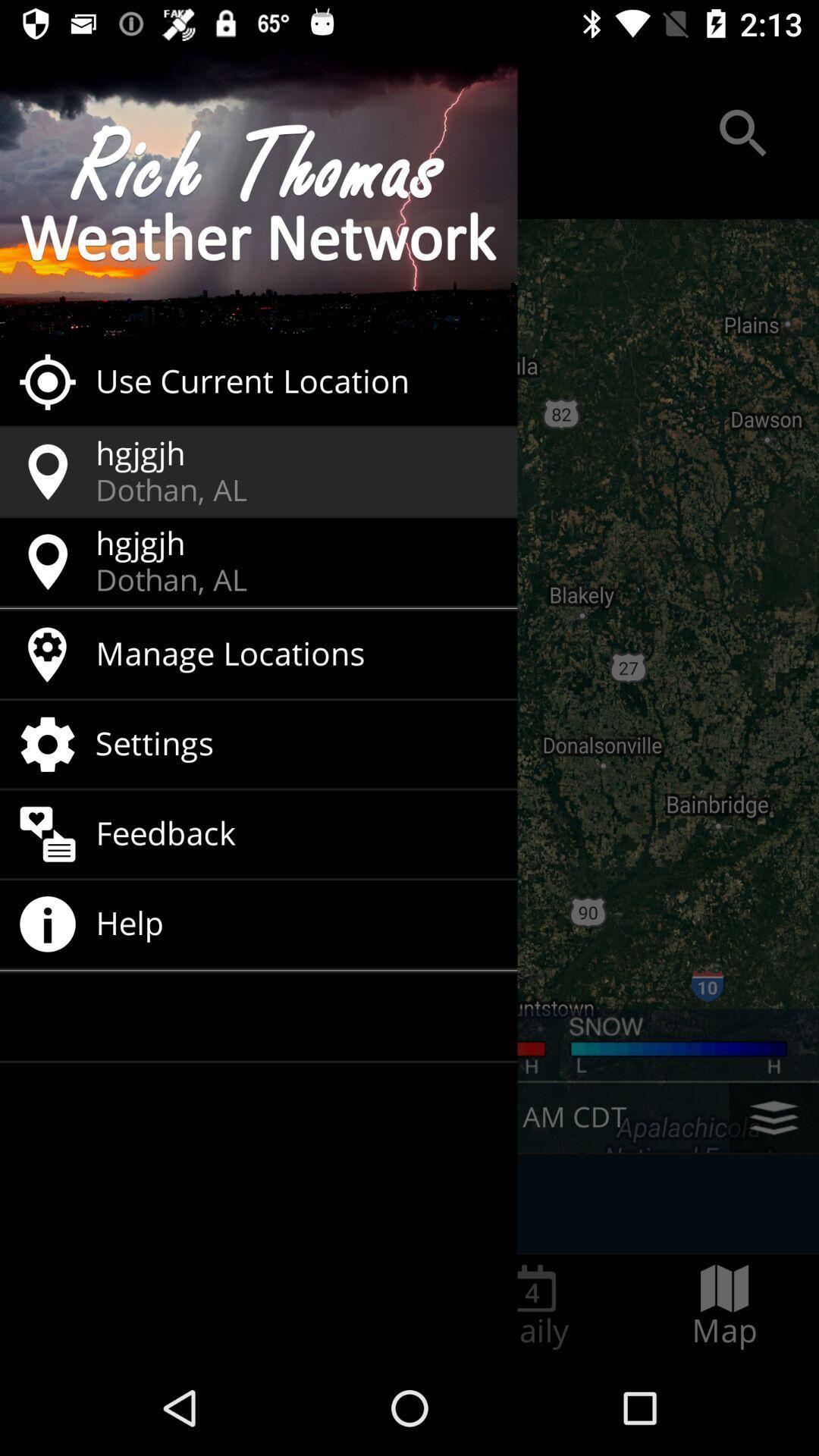  What do you see at coordinates (773, 1118) in the screenshot?
I see `the layers icon` at bounding box center [773, 1118].